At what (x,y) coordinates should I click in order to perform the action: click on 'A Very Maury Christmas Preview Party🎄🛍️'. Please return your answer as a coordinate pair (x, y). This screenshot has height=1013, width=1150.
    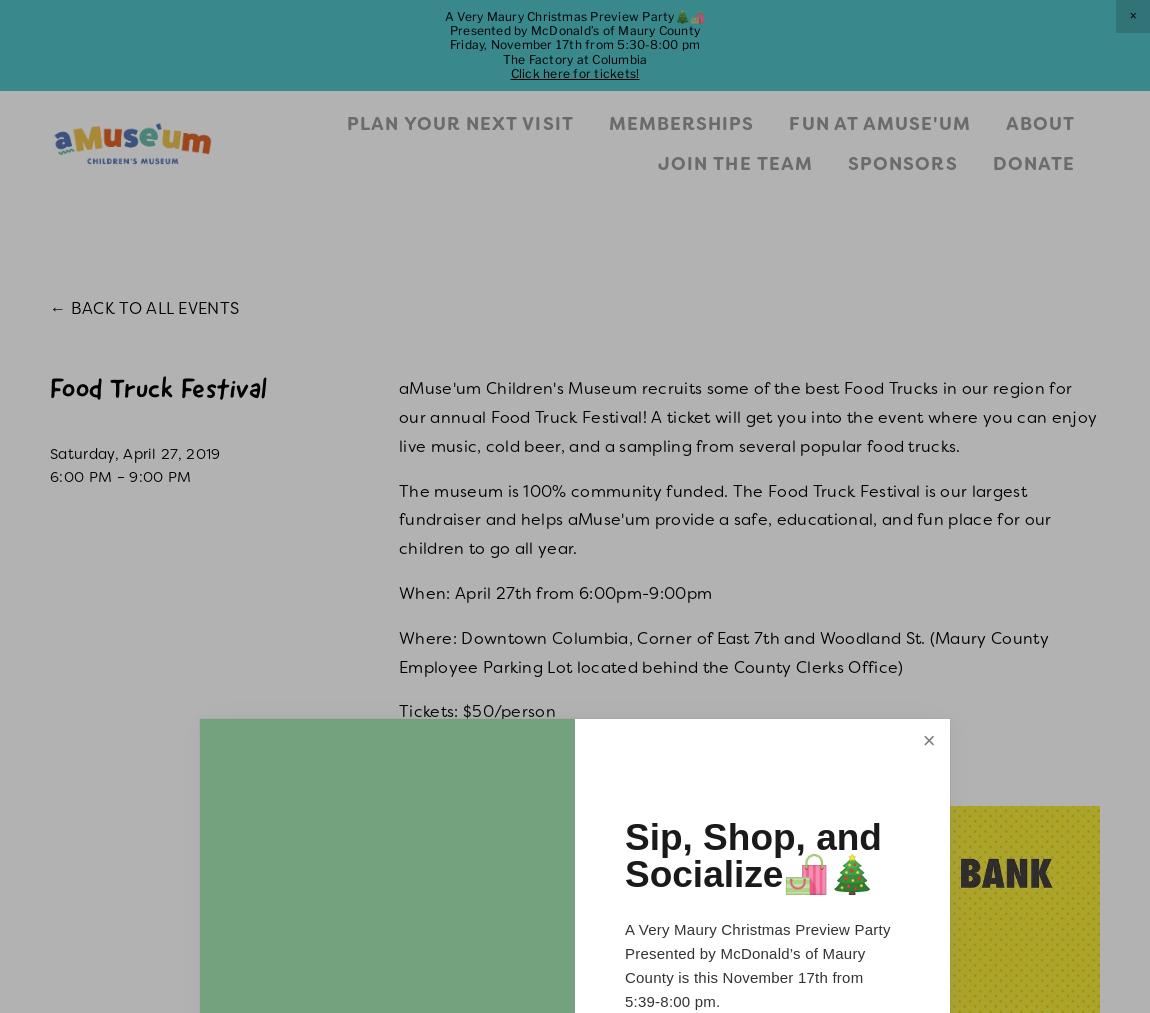
    Looking at the image, I should click on (444, 14).